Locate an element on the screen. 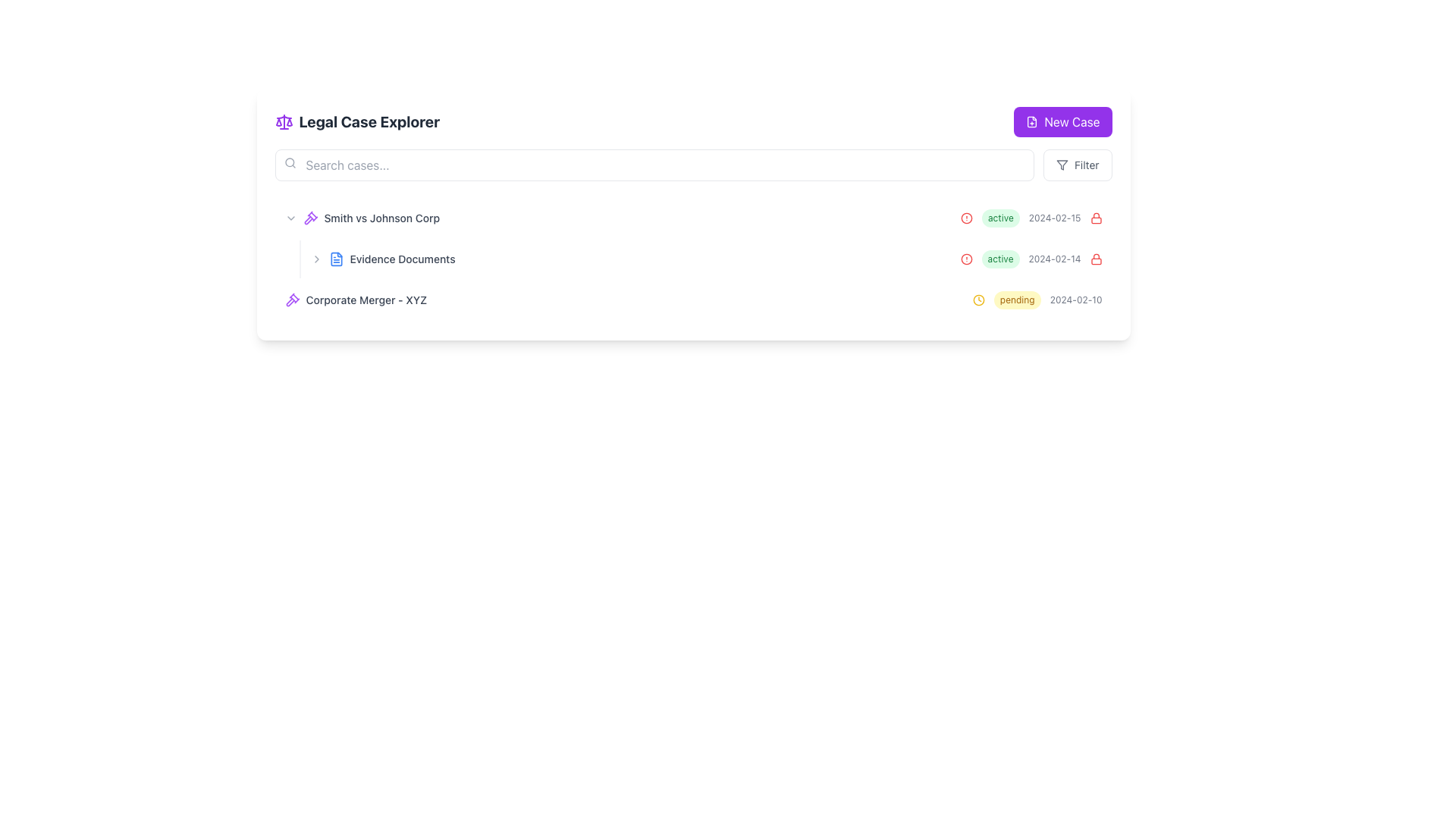  the filter button located at the top-right corner of the main interface, immediately to the left of the purple 'New Case' button is located at coordinates (1077, 165).